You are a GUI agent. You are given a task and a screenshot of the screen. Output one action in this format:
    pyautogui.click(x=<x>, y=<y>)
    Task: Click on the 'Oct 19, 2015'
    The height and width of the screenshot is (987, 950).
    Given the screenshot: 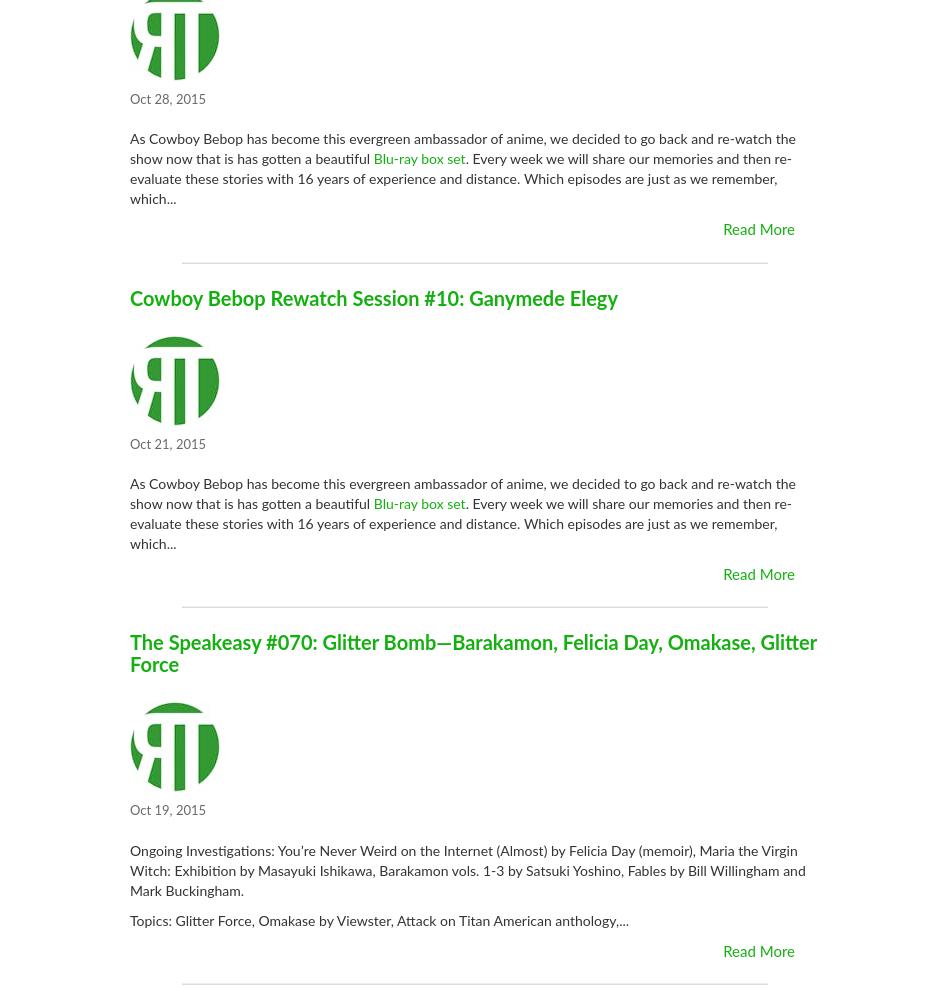 What is the action you would take?
    pyautogui.click(x=167, y=811)
    